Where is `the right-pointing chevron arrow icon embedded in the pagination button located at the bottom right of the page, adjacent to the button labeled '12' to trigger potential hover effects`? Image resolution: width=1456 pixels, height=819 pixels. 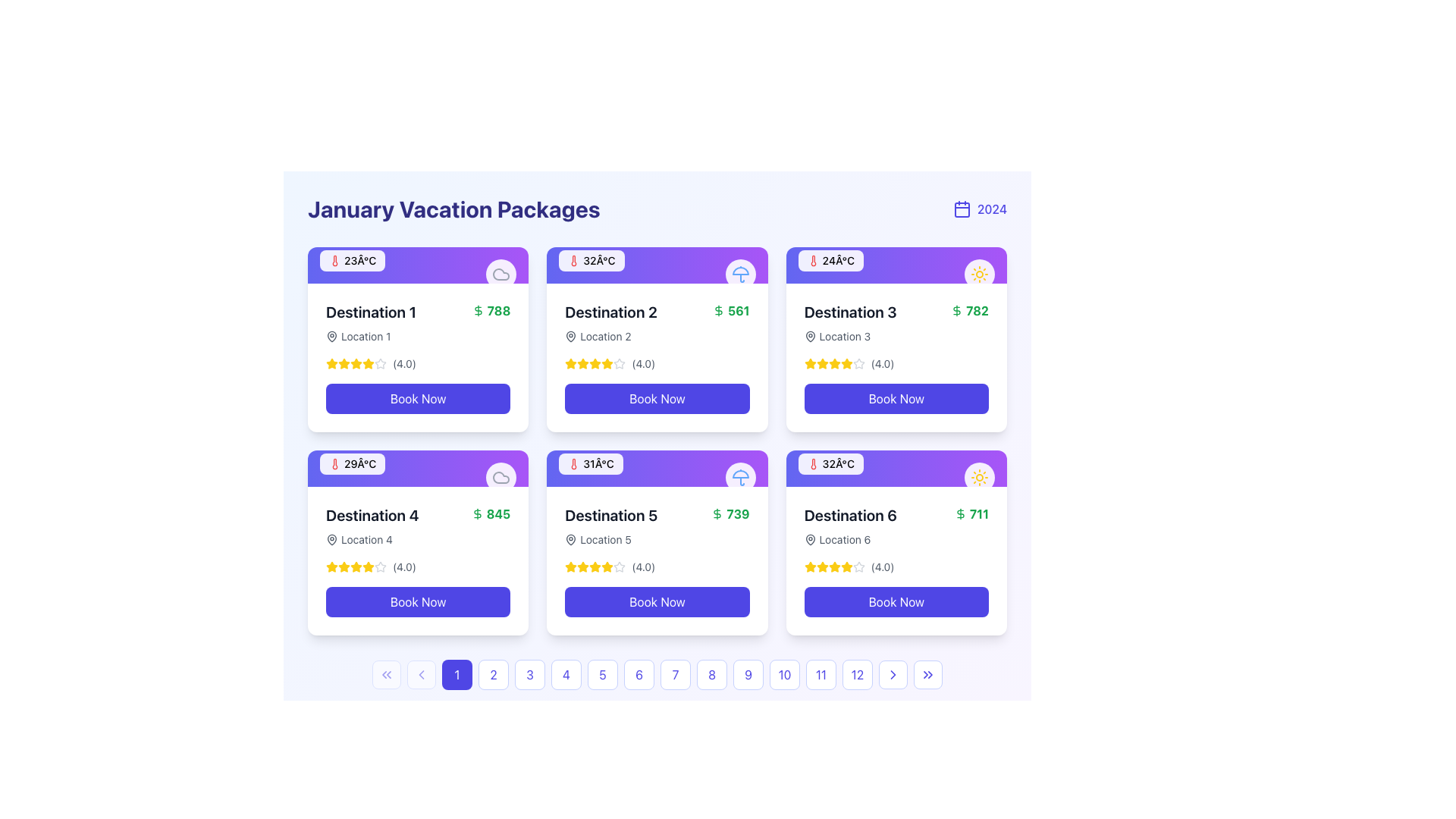
the right-pointing chevron arrow icon embedded in the pagination button located at the bottom right of the page, adjacent to the button labeled '12' to trigger potential hover effects is located at coordinates (893, 674).